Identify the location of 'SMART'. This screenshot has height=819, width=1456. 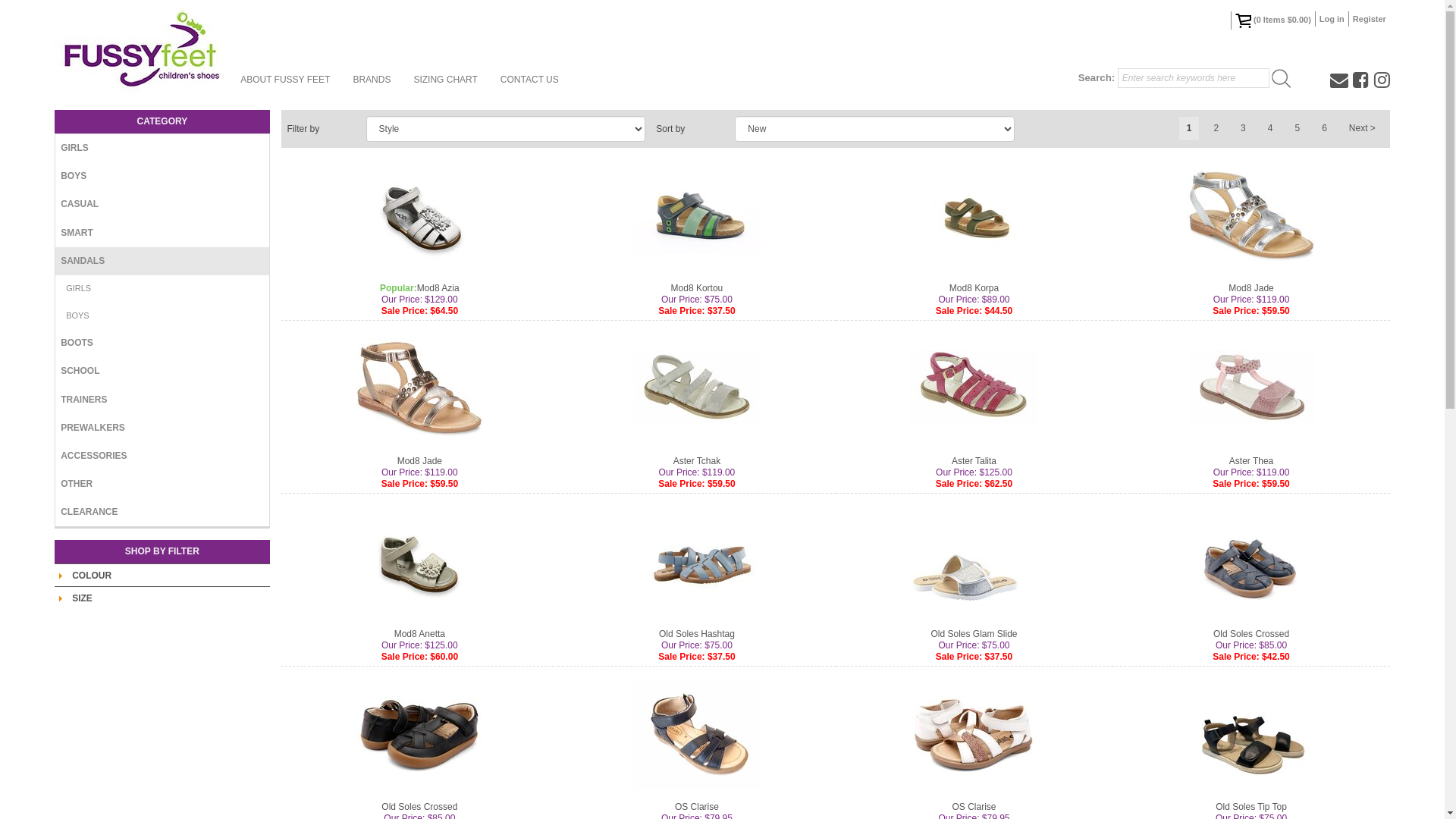
(162, 233).